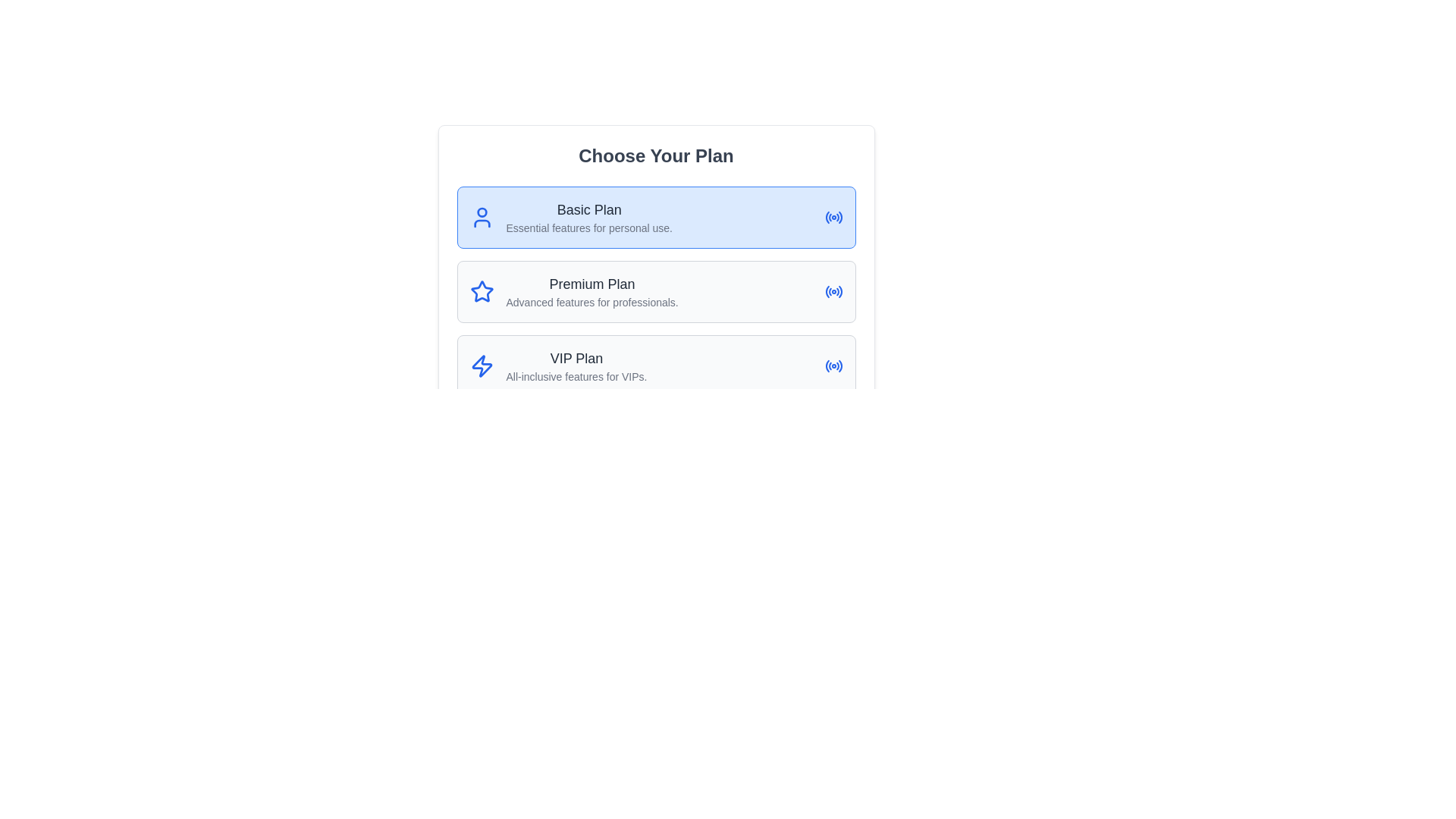  What do you see at coordinates (481, 212) in the screenshot?
I see `the Decorative SVG circle component that is part of the user-profile-themed icon for the 'Basic Plan' option, located near the top-left of the blue-highlighted rectangle` at bounding box center [481, 212].